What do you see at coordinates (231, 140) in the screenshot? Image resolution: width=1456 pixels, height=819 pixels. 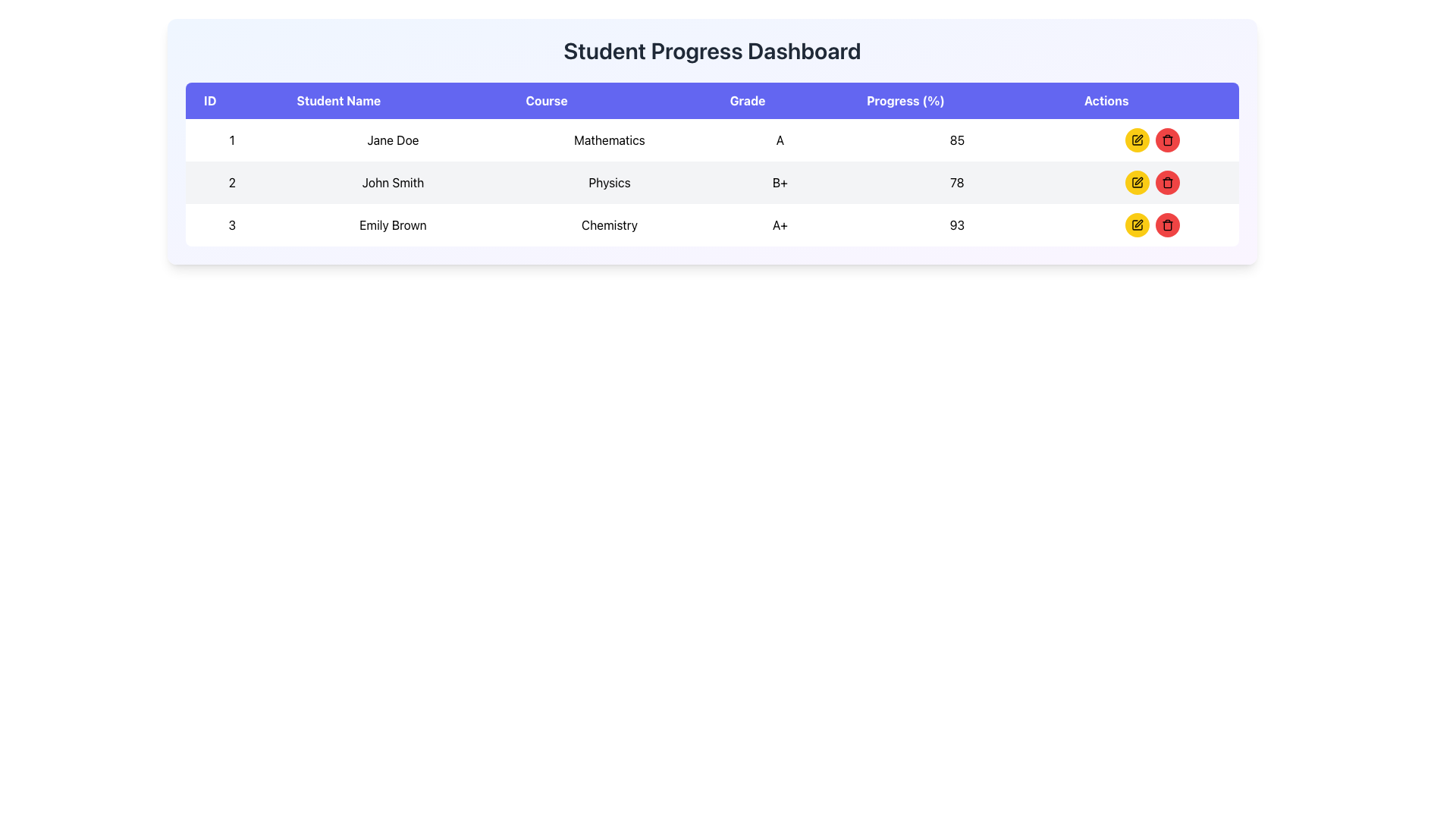 I see `the text label displaying the number '1' in the first cell of the table, located in the main content area below the 'Student Progress Dashboard' heading` at bounding box center [231, 140].